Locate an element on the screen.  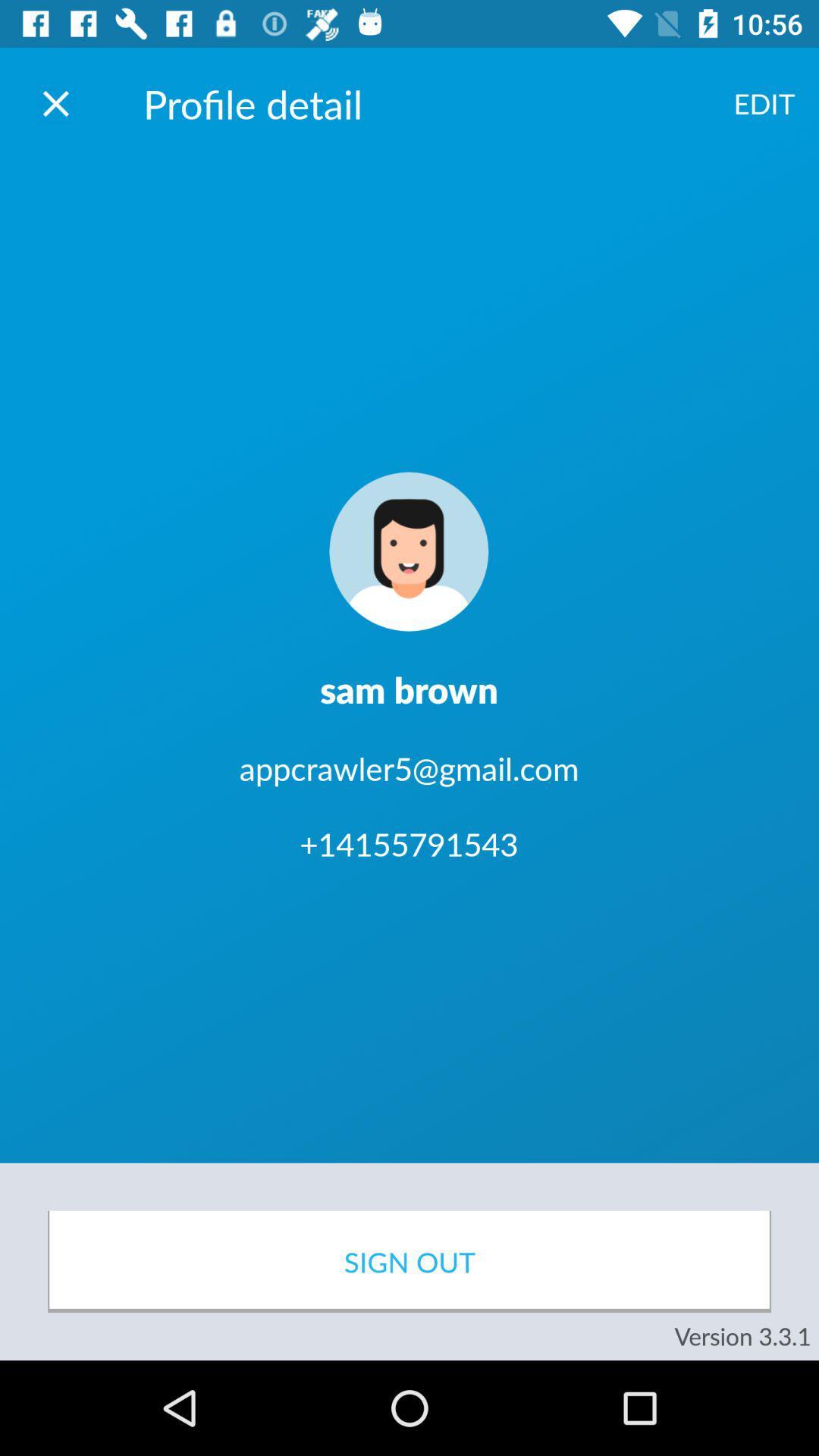
the item next to the profile detail icon is located at coordinates (764, 102).